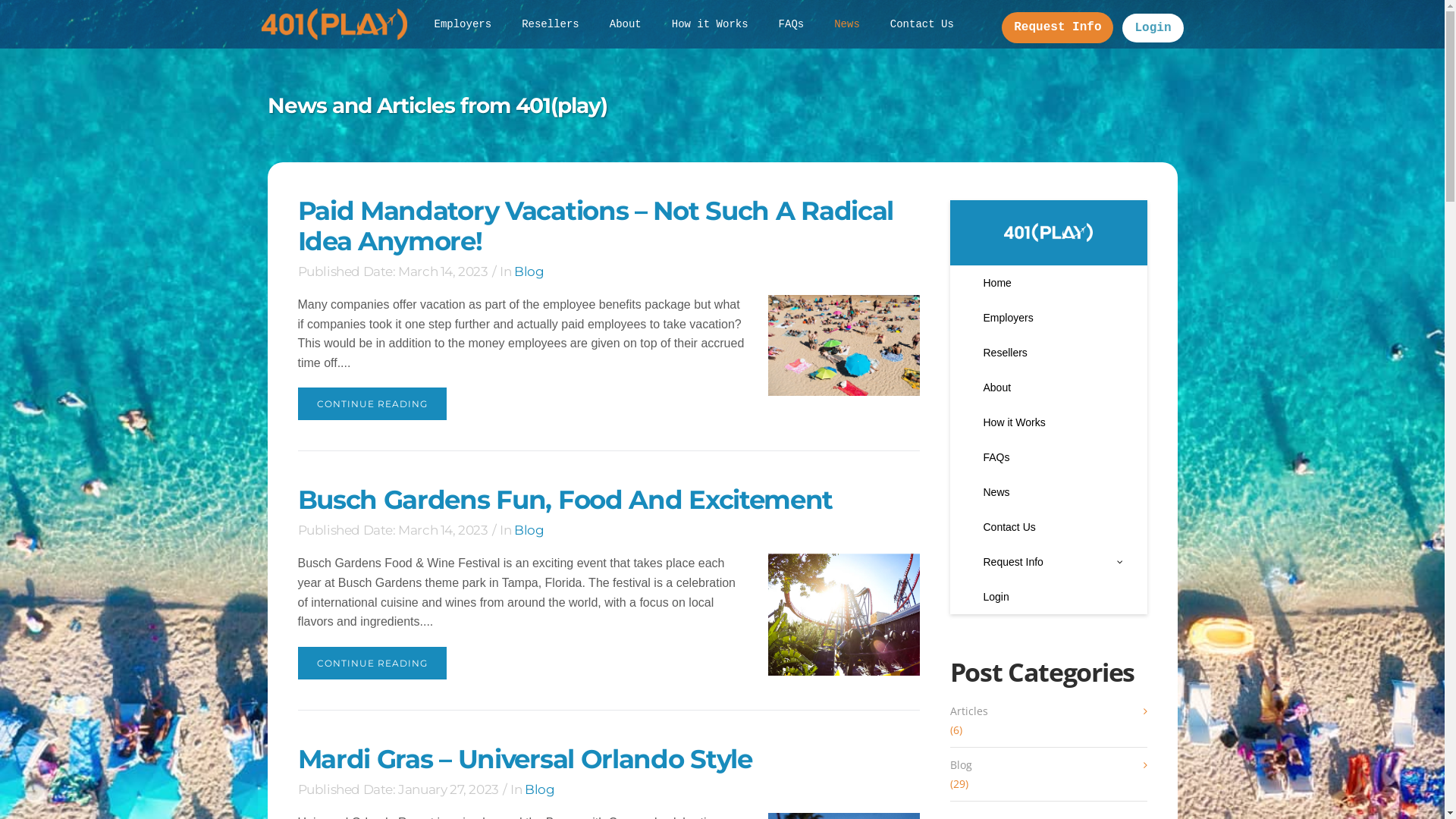 Image resolution: width=1456 pixels, height=819 pixels. What do you see at coordinates (600, 24) in the screenshot?
I see `'About'` at bounding box center [600, 24].